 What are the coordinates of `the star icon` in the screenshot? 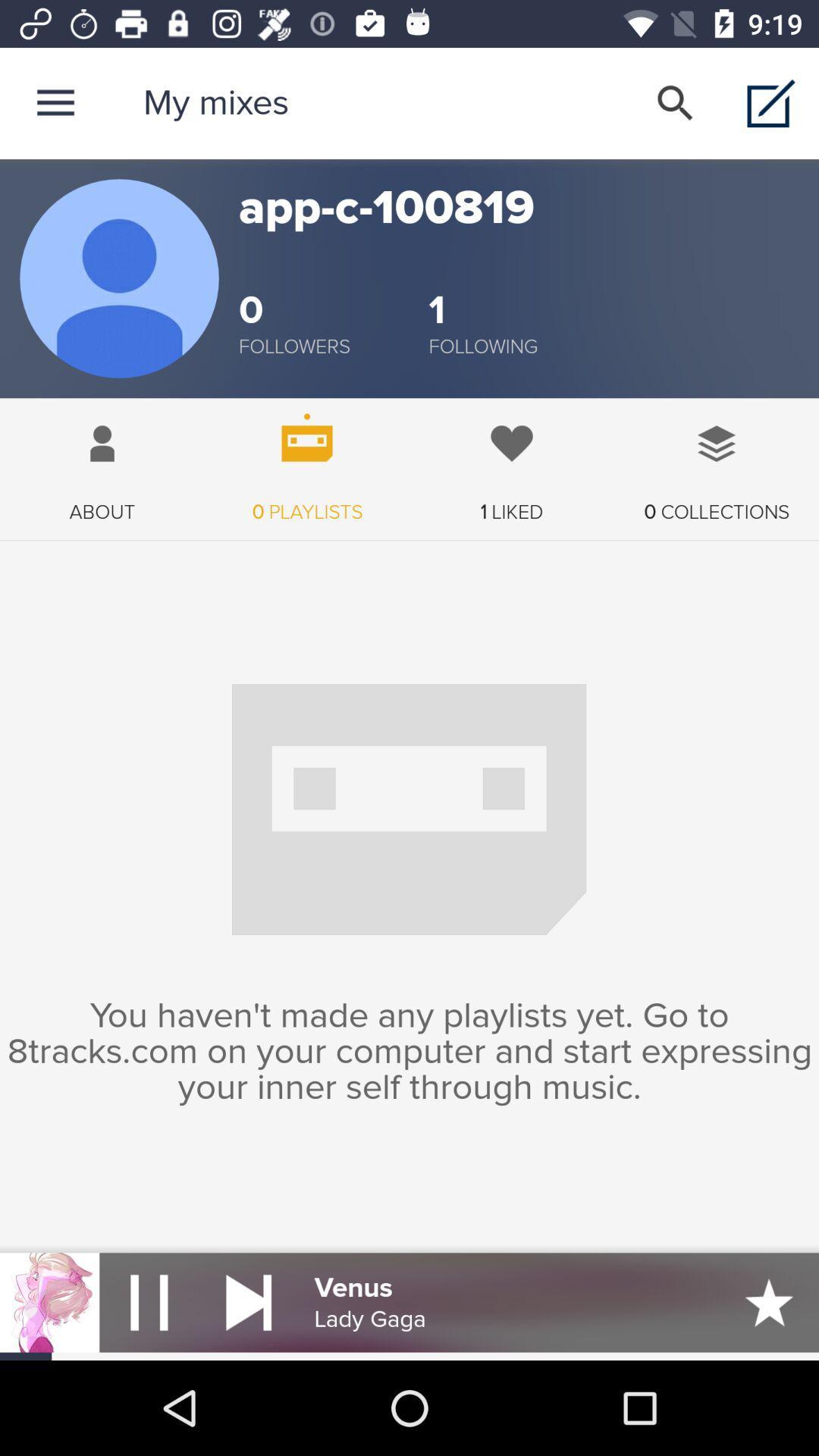 It's located at (769, 1301).